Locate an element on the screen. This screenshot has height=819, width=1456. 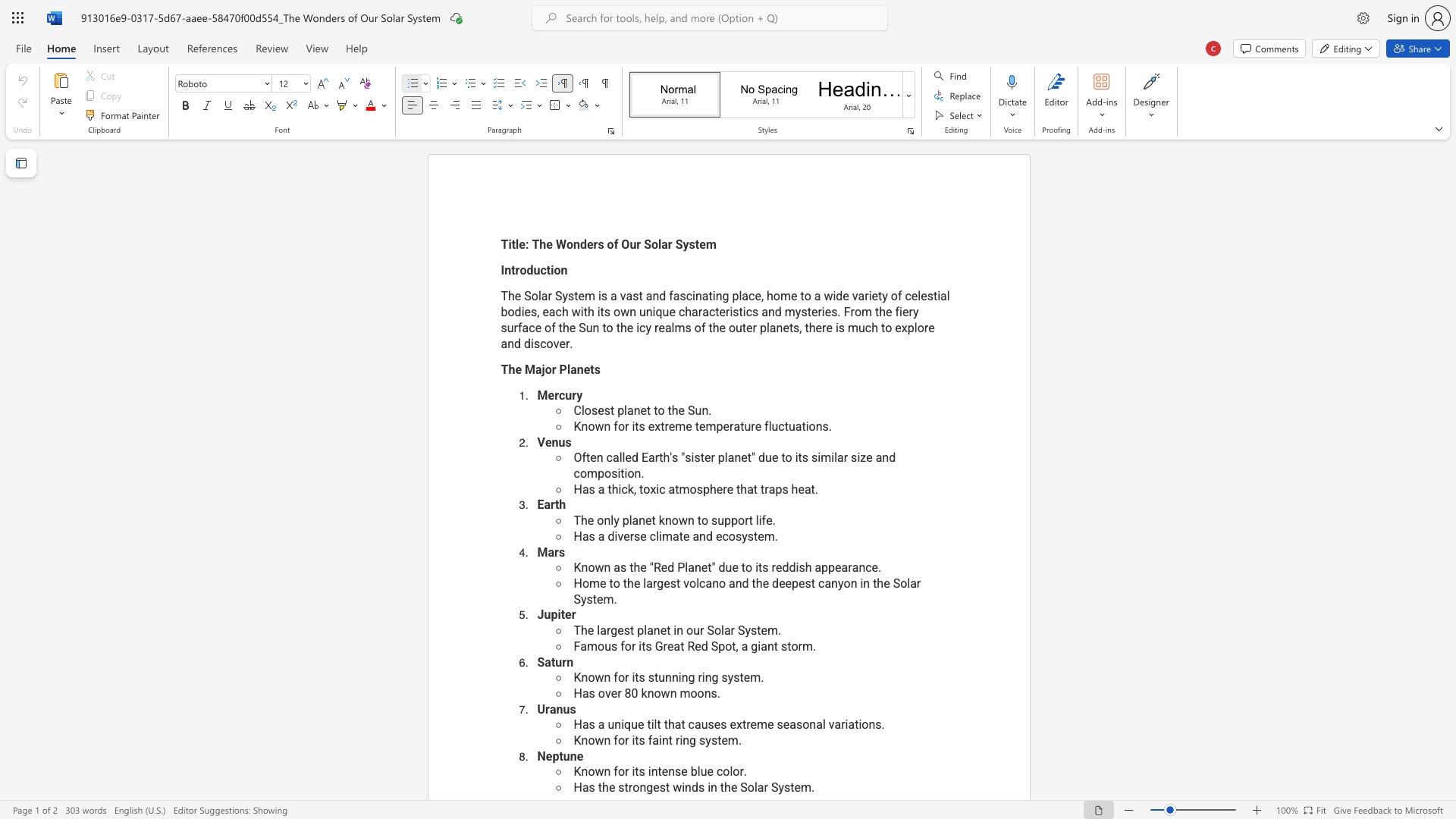
the 1th character "o" in the text is located at coordinates (585, 582).